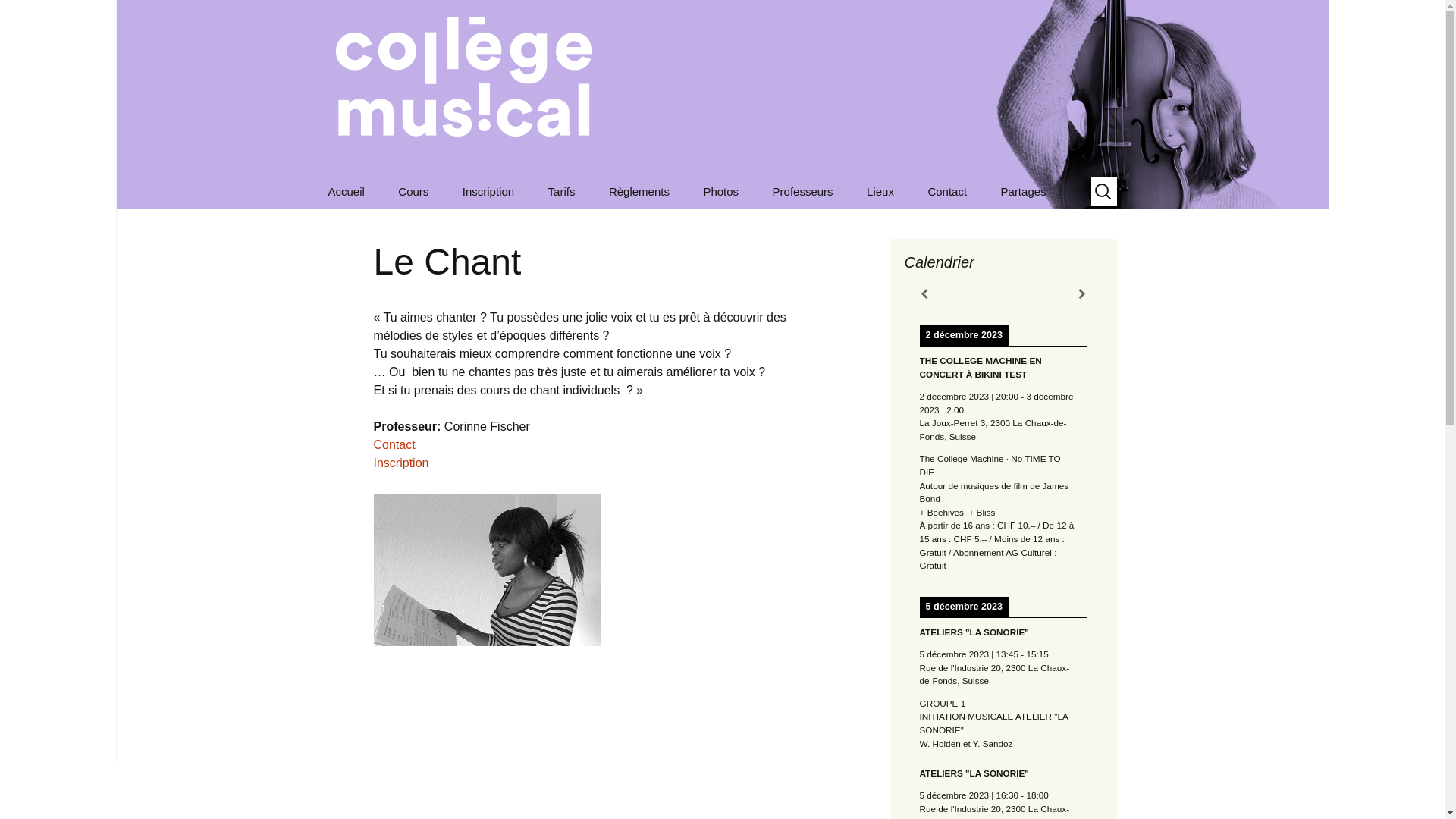 The height and width of the screenshot is (819, 1456). What do you see at coordinates (488, 190) in the screenshot?
I see `'Inscription'` at bounding box center [488, 190].